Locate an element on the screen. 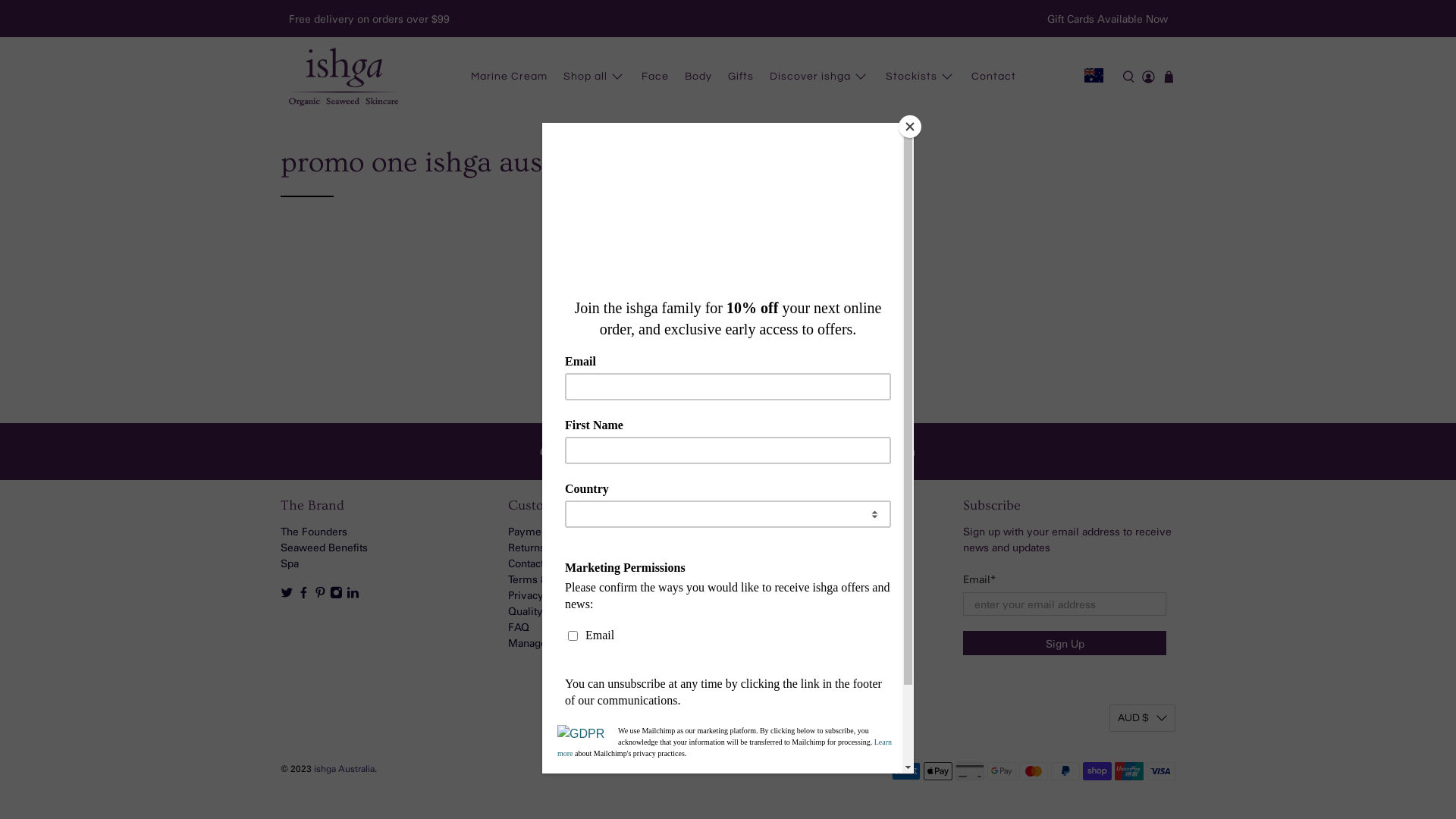 Image resolution: width=1456 pixels, height=819 pixels. 'Contact Us' is located at coordinates (534, 563).